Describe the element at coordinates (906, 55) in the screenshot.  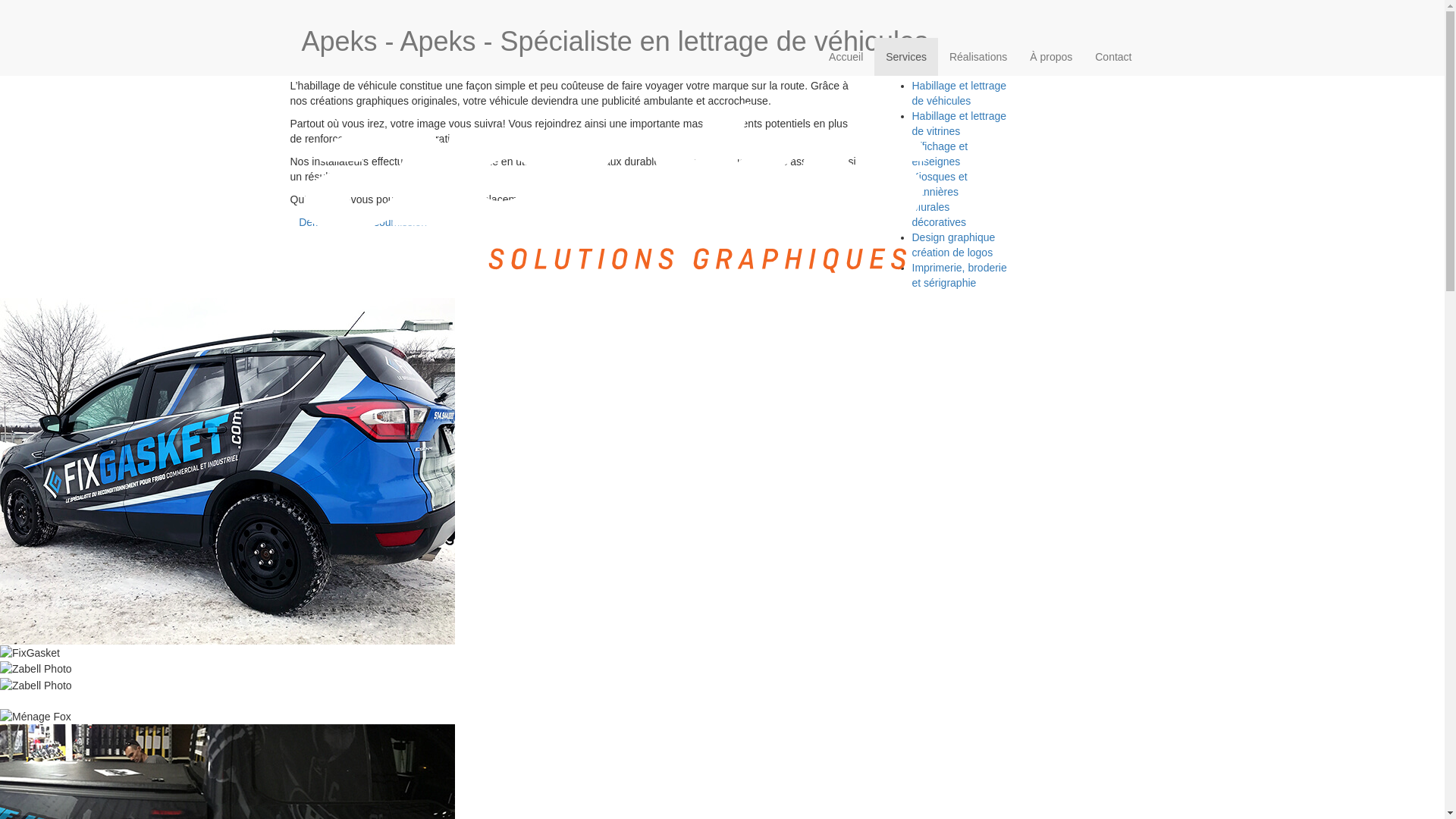
I see `'Services'` at that location.